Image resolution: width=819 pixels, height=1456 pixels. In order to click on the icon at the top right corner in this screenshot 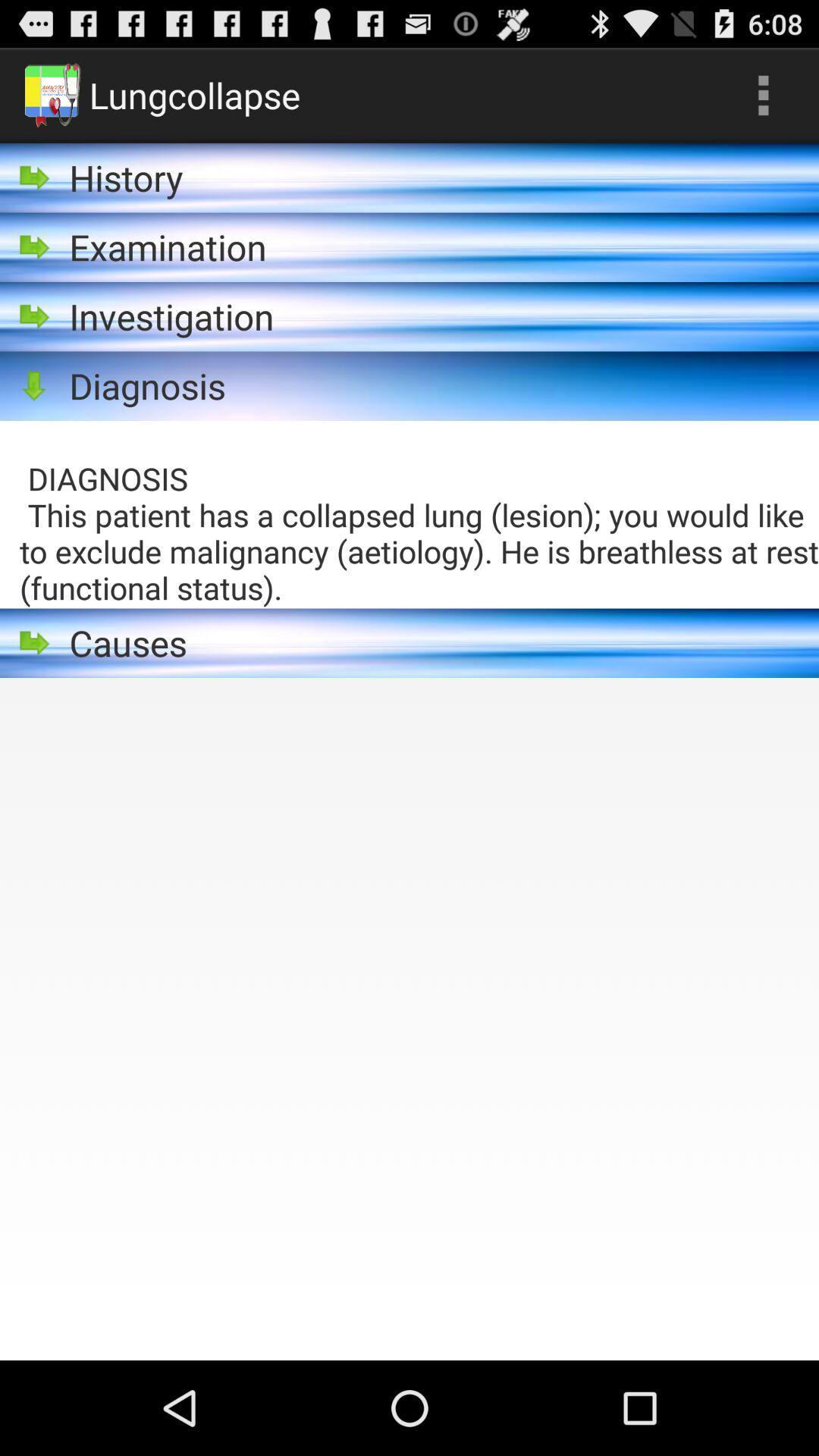, I will do `click(763, 94)`.